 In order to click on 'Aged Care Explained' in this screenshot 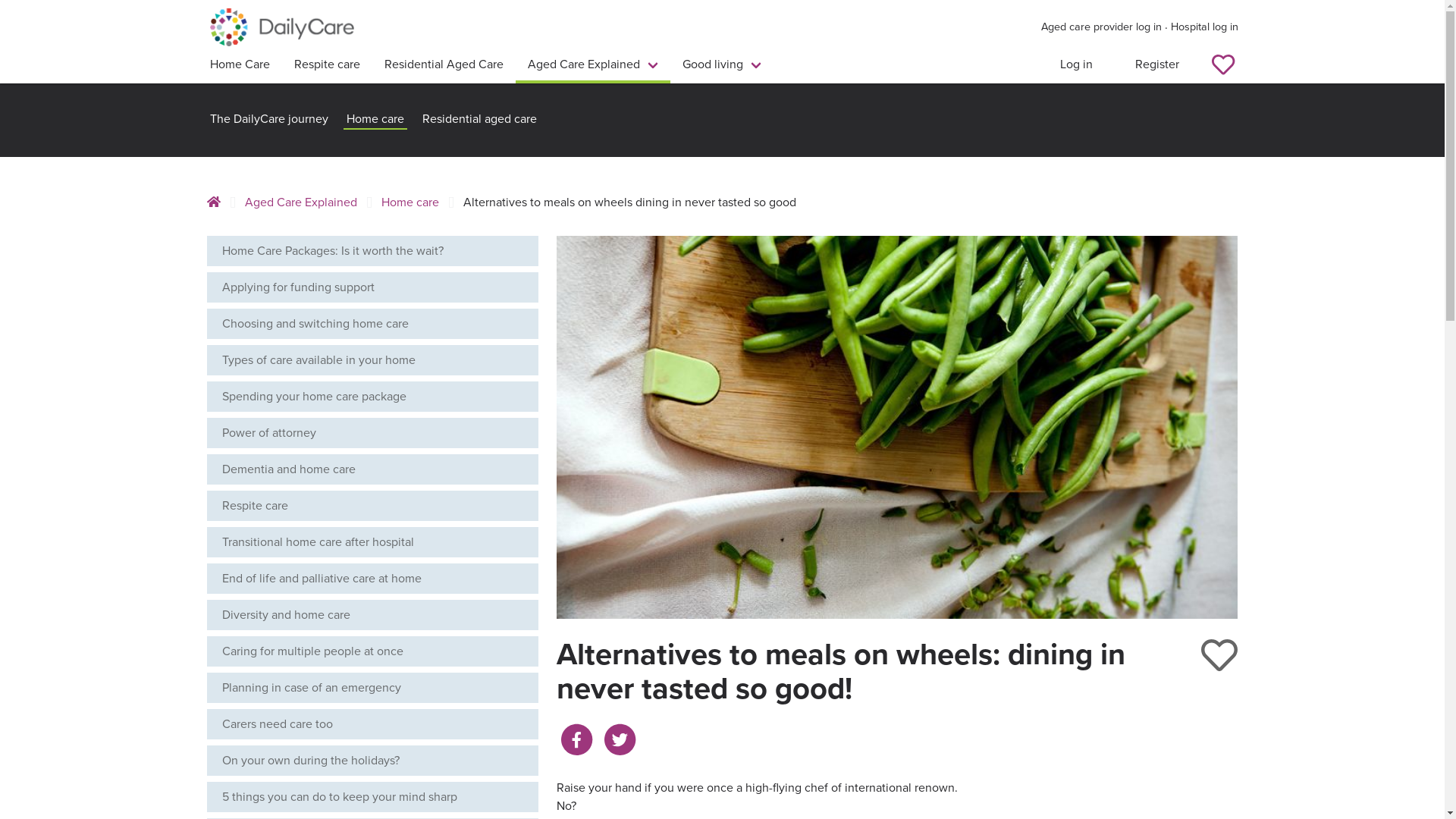, I will do `click(592, 65)`.